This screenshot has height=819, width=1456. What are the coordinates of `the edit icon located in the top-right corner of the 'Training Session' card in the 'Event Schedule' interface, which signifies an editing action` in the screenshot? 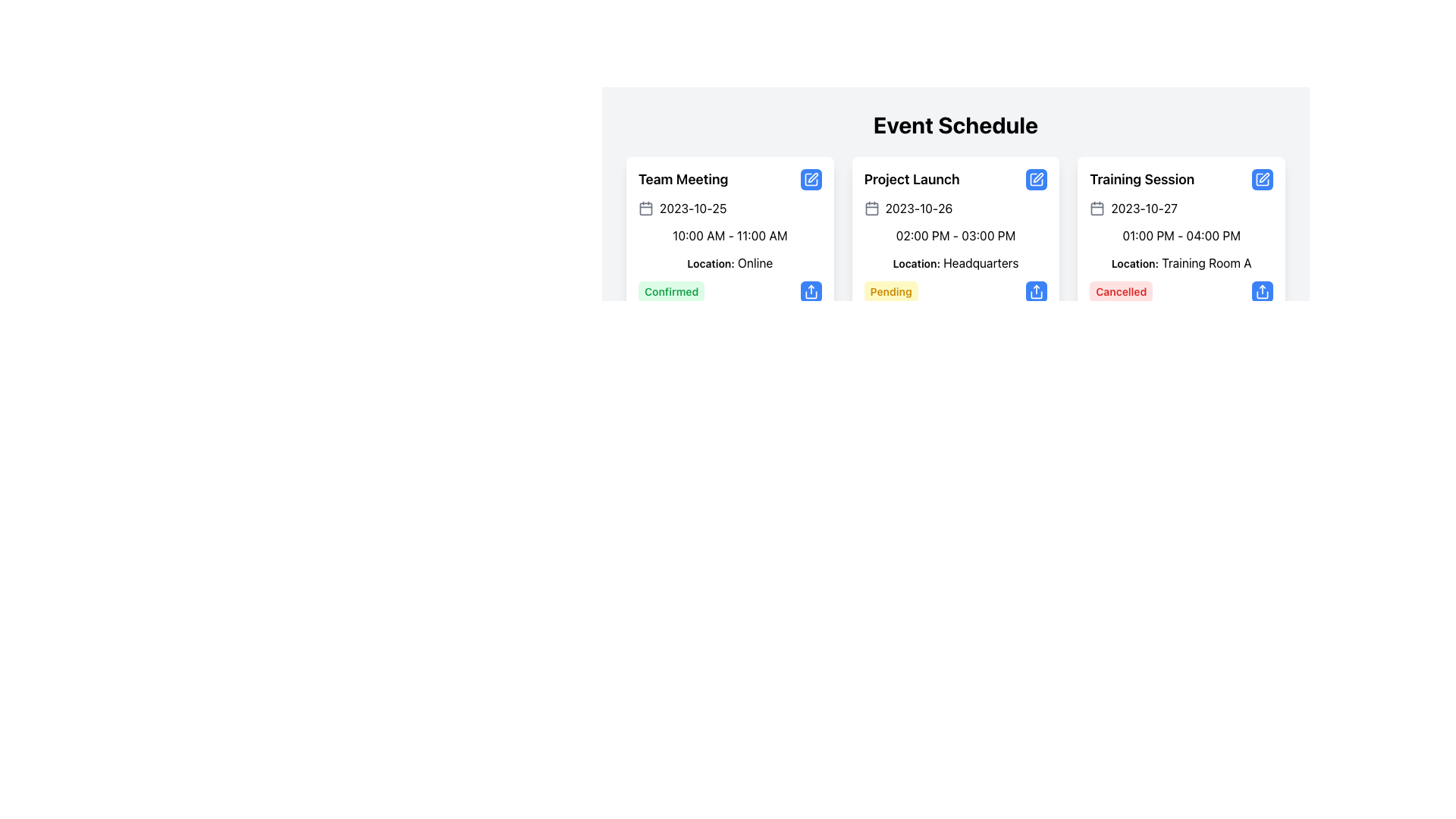 It's located at (1263, 178).